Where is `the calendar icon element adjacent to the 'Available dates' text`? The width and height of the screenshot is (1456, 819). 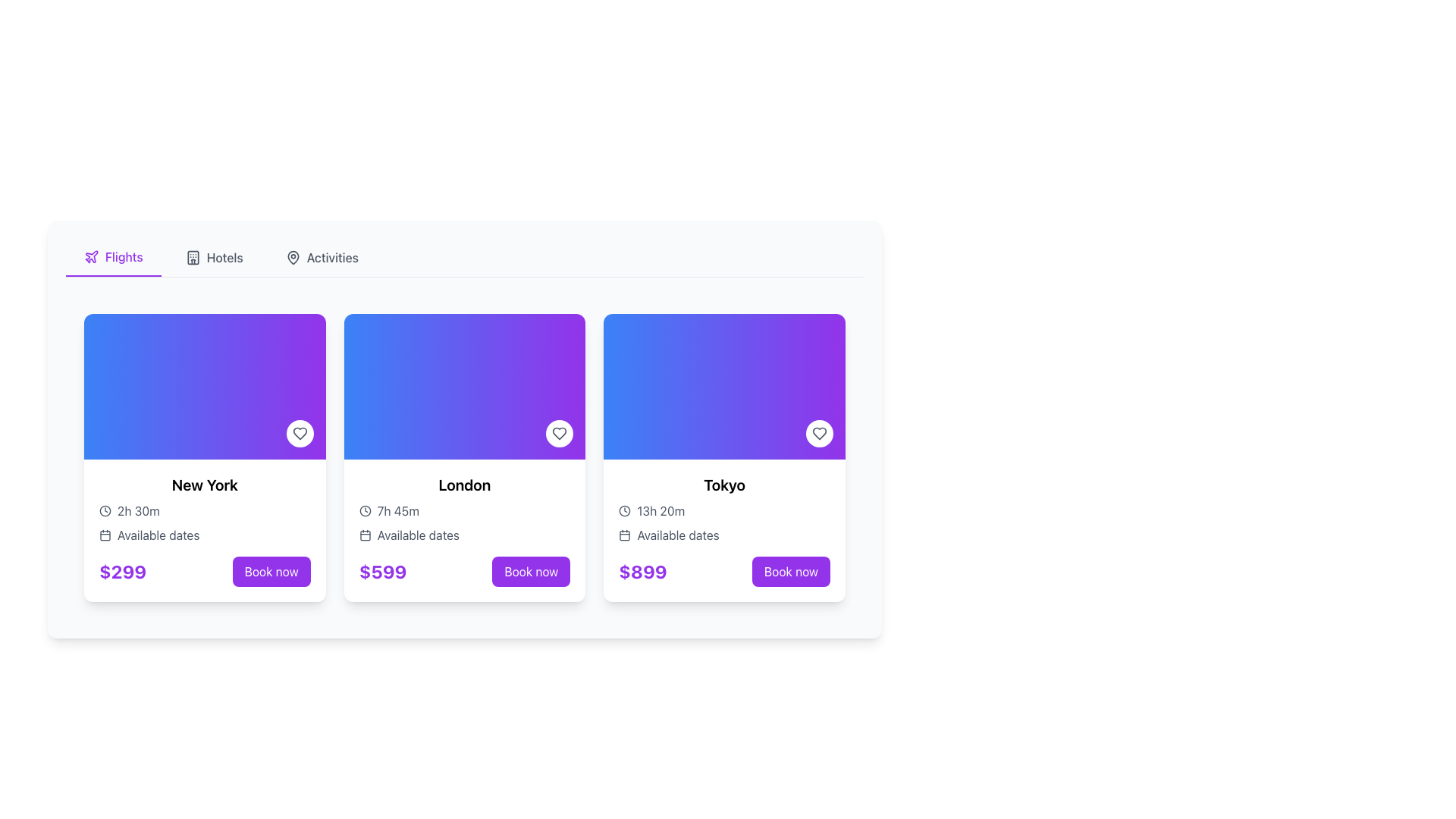
the calendar icon element adjacent to the 'Available dates' text is located at coordinates (625, 534).